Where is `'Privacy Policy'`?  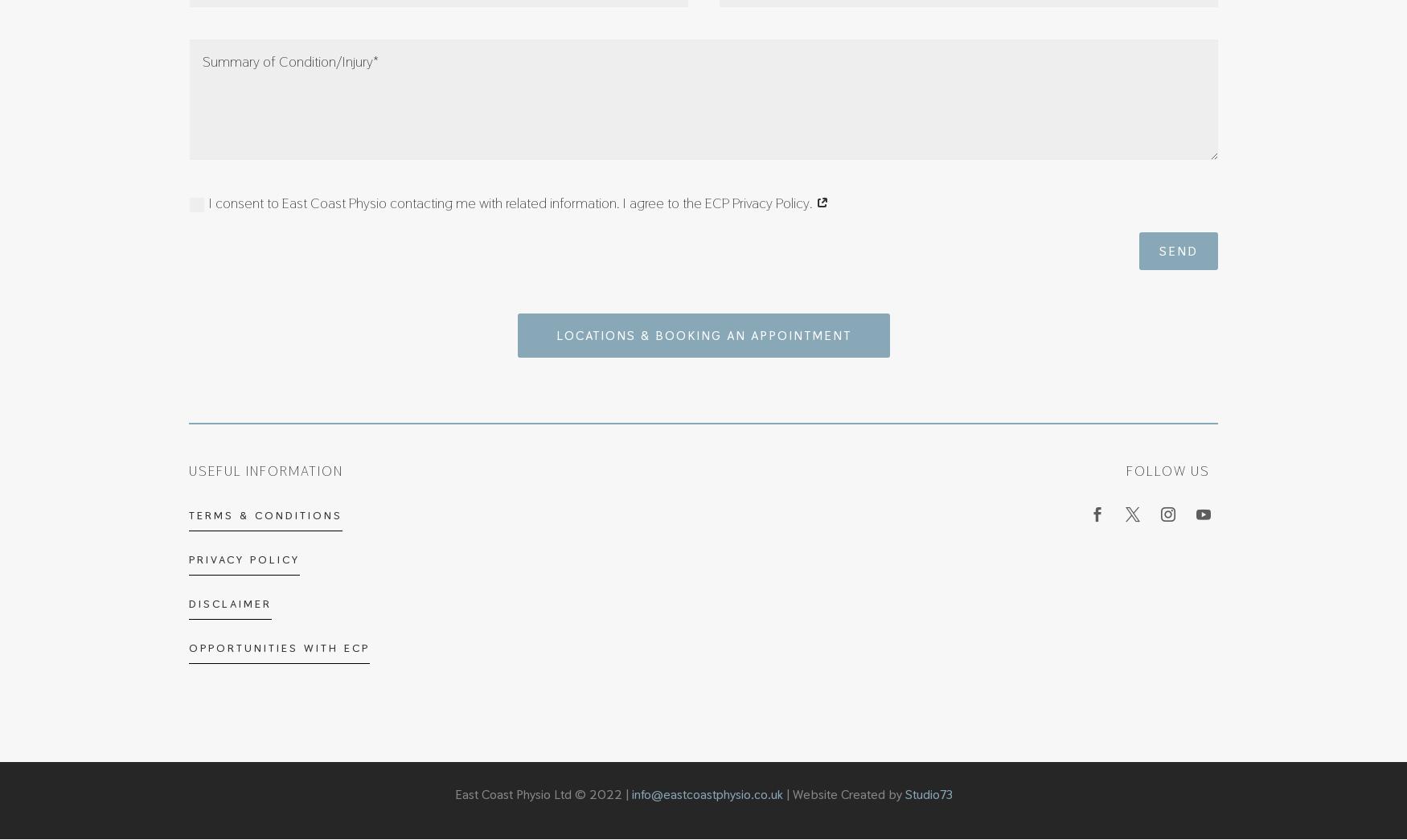 'Privacy Policy' is located at coordinates (243, 559).